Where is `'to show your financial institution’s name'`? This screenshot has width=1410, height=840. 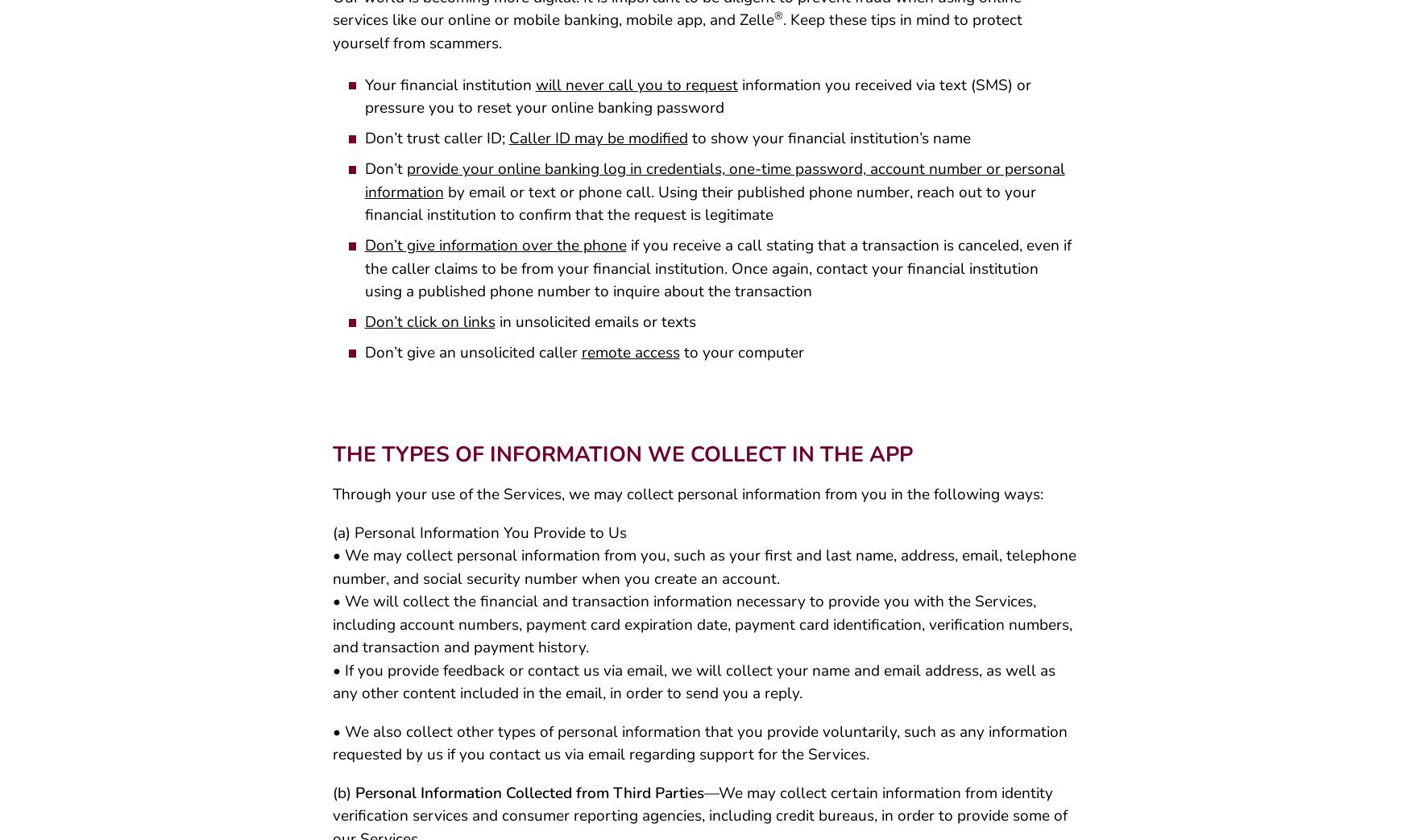 'to show your financial institution’s name' is located at coordinates (827, 144).